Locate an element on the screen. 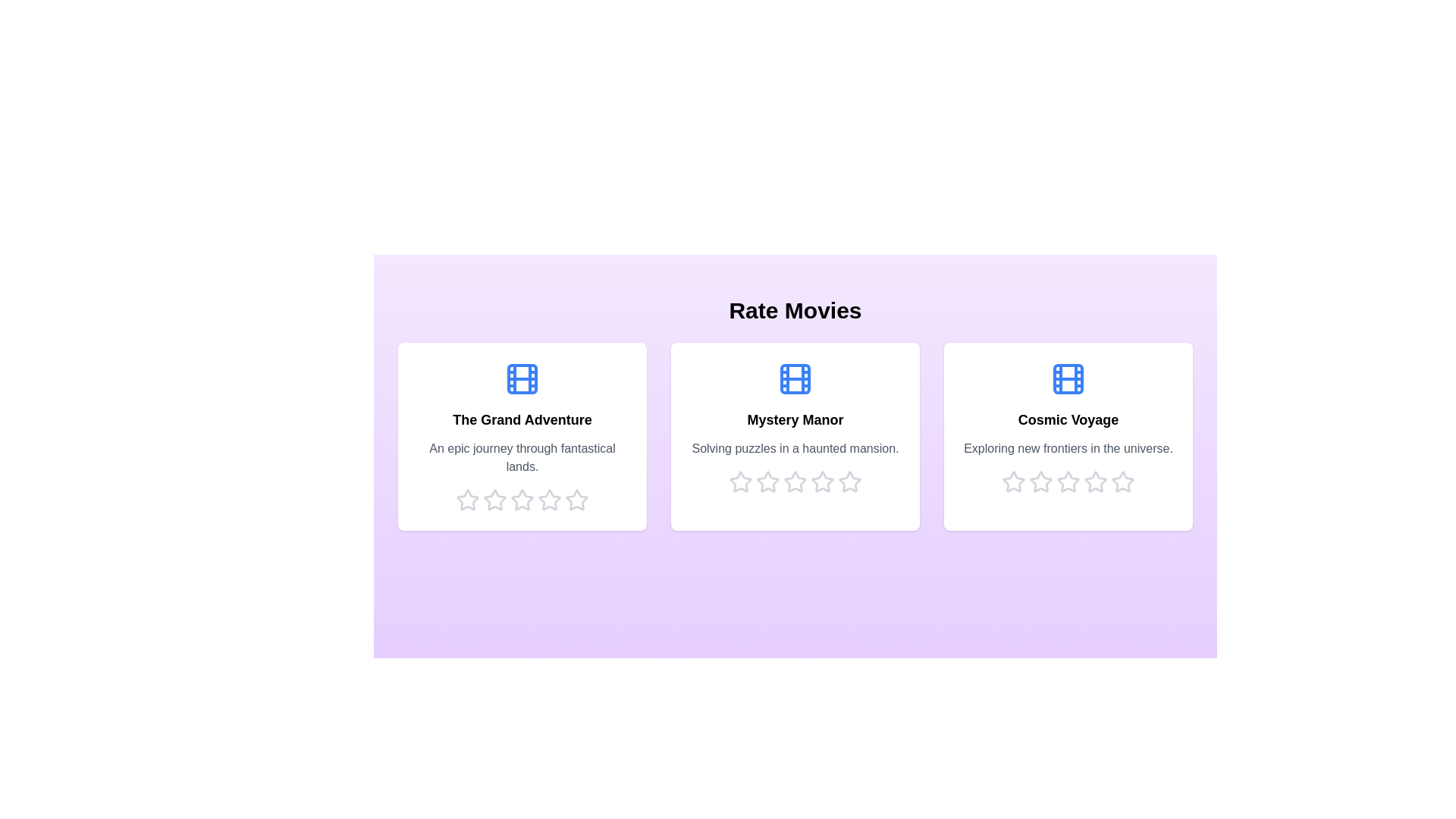  the movie card titled 'The Grand Adventure' to view its hover effect is located at coordinates (522, 436).